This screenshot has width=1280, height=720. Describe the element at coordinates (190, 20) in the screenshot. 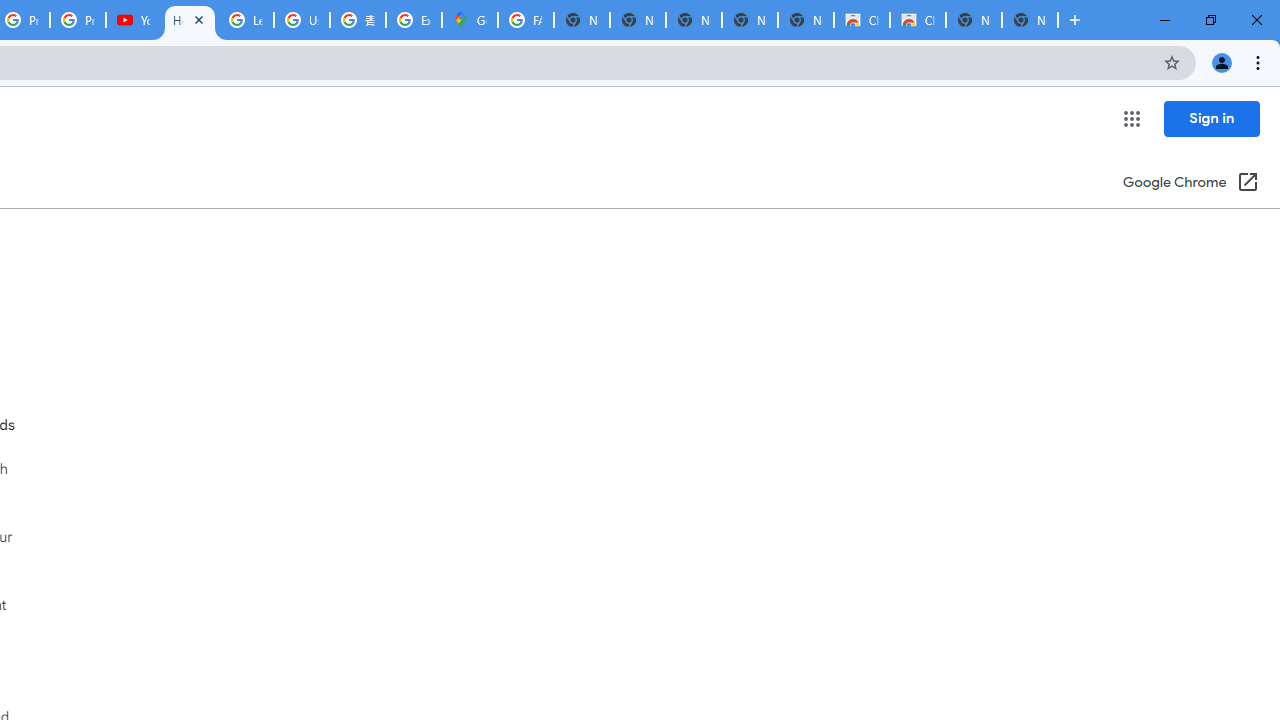

I see `'How Chrome protects your passwords - Google Chrome Help'` at that location.